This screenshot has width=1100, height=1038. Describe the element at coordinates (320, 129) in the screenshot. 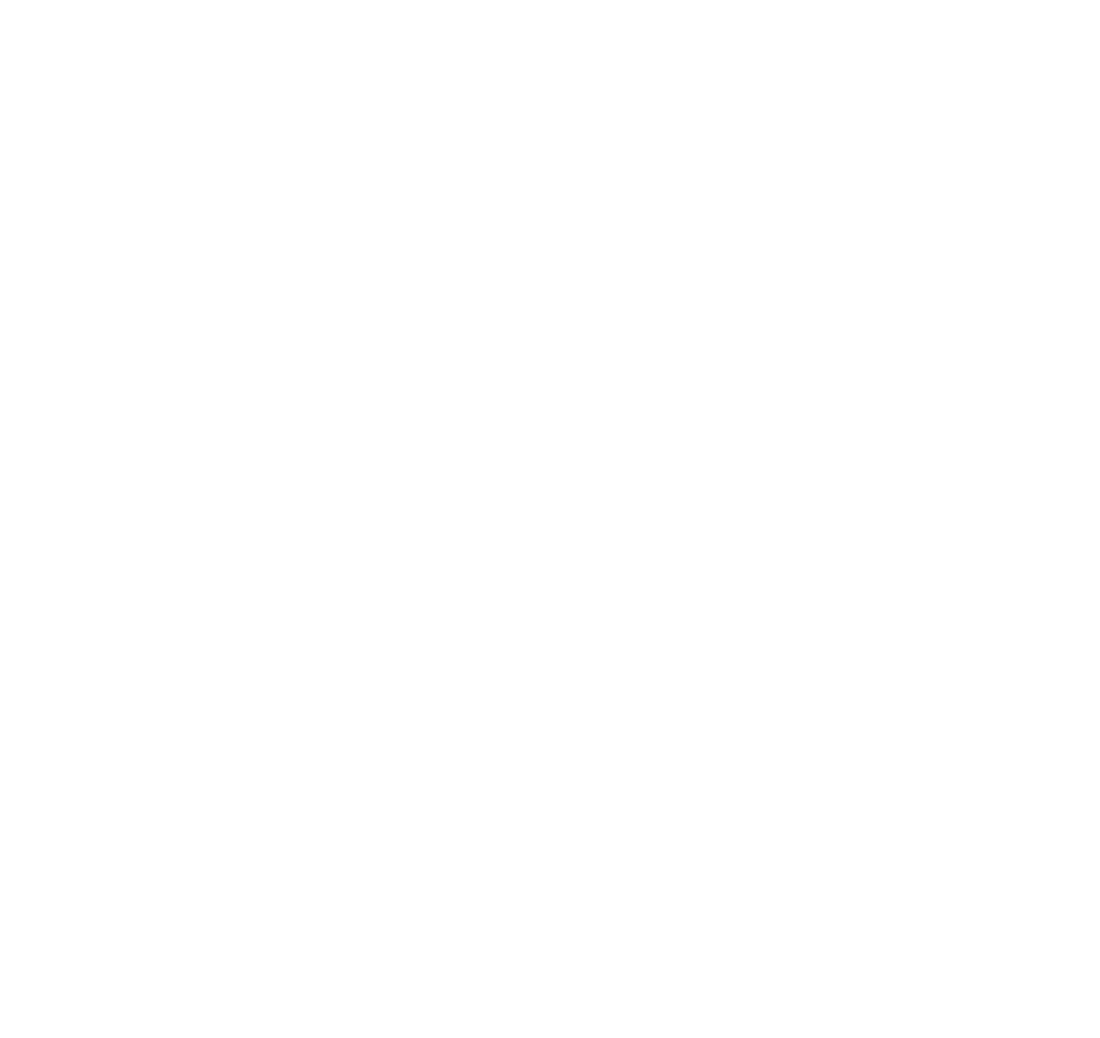

I see `'IOPSYS Software Solutions AB (IOPSYS) collects the following data:'` at that location.